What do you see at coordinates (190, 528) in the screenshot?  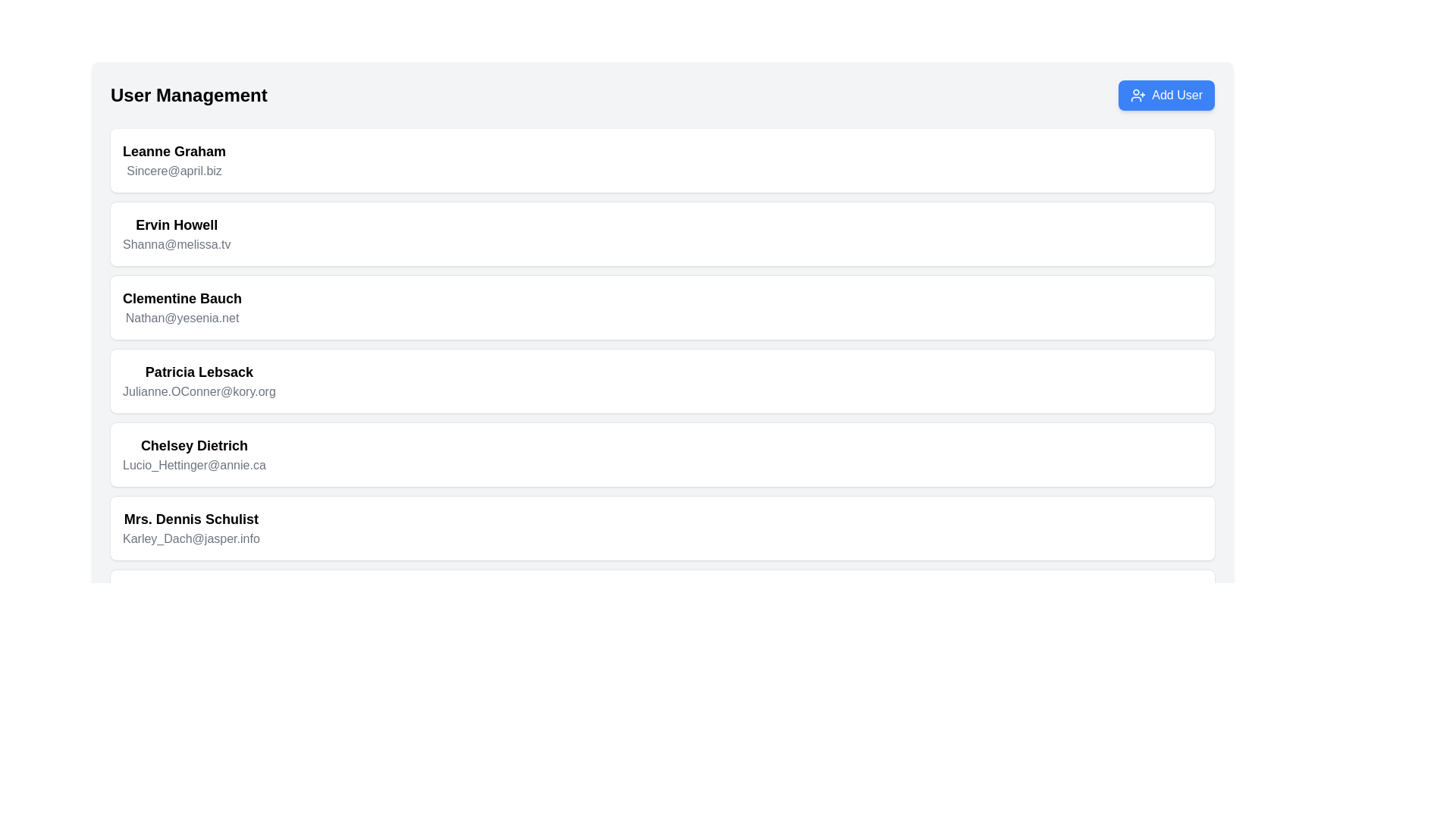 I see `the text content display containing 'Mrs. Dennis Schulist' and 'Karley_Dach@jasper.info'` at bounding box center [190, 528].